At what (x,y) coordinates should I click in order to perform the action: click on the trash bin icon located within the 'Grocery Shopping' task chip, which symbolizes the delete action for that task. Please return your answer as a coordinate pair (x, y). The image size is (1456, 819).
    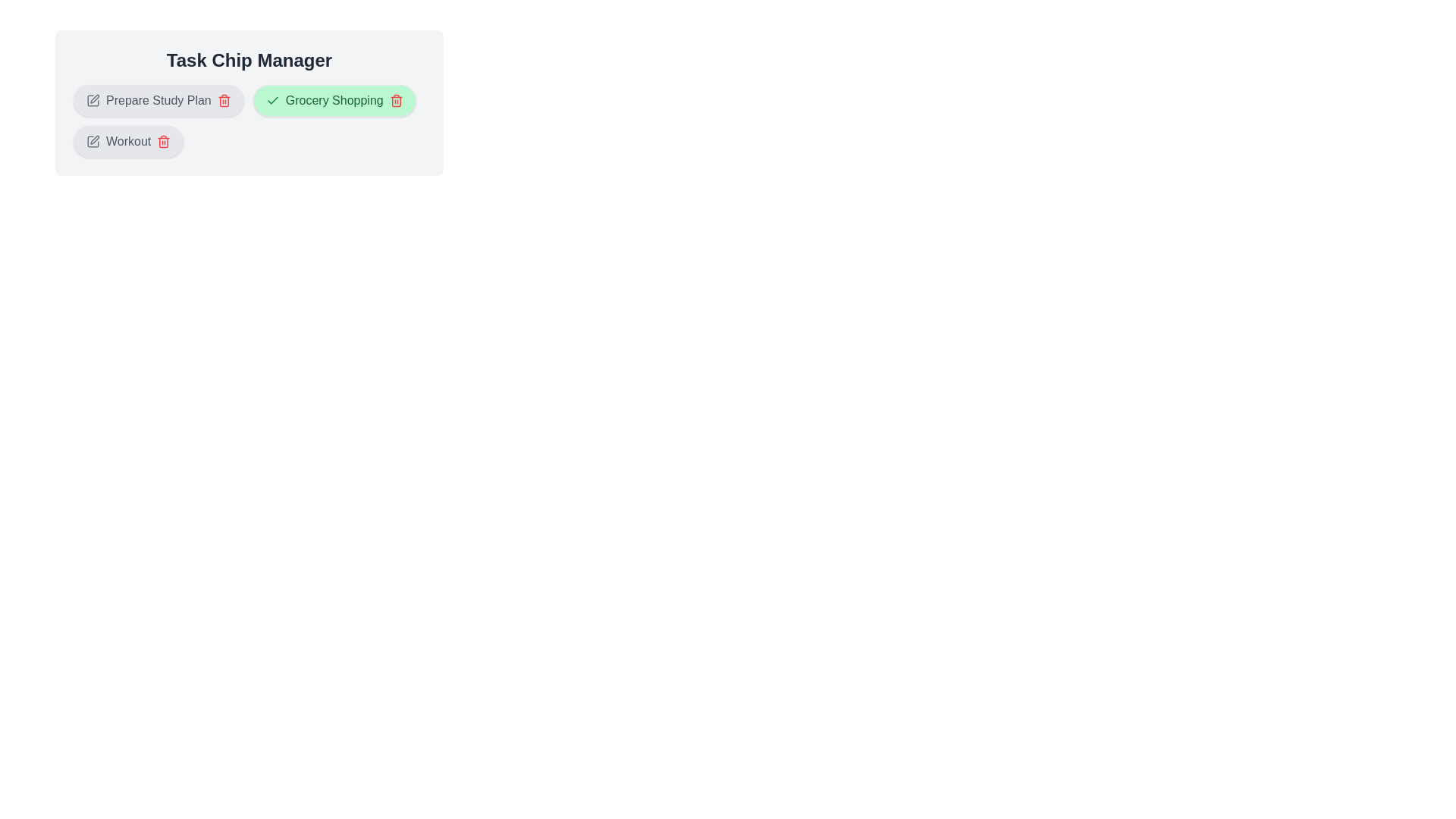
    Looking at the image, I should click on (396, 102).